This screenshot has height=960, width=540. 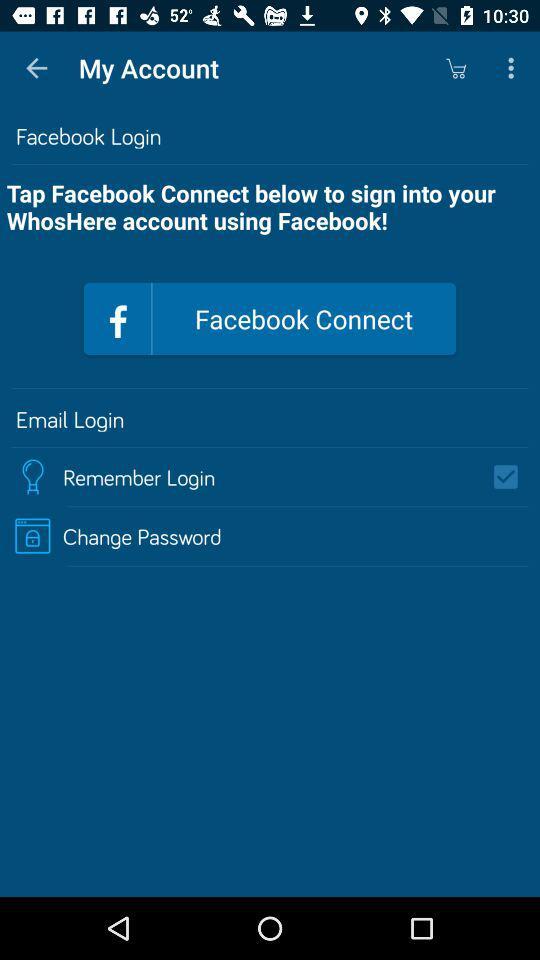 What do you see at coordinates (512, 477) in the screenshot?
I see `session reminder box` at bounding box center [512, 477].